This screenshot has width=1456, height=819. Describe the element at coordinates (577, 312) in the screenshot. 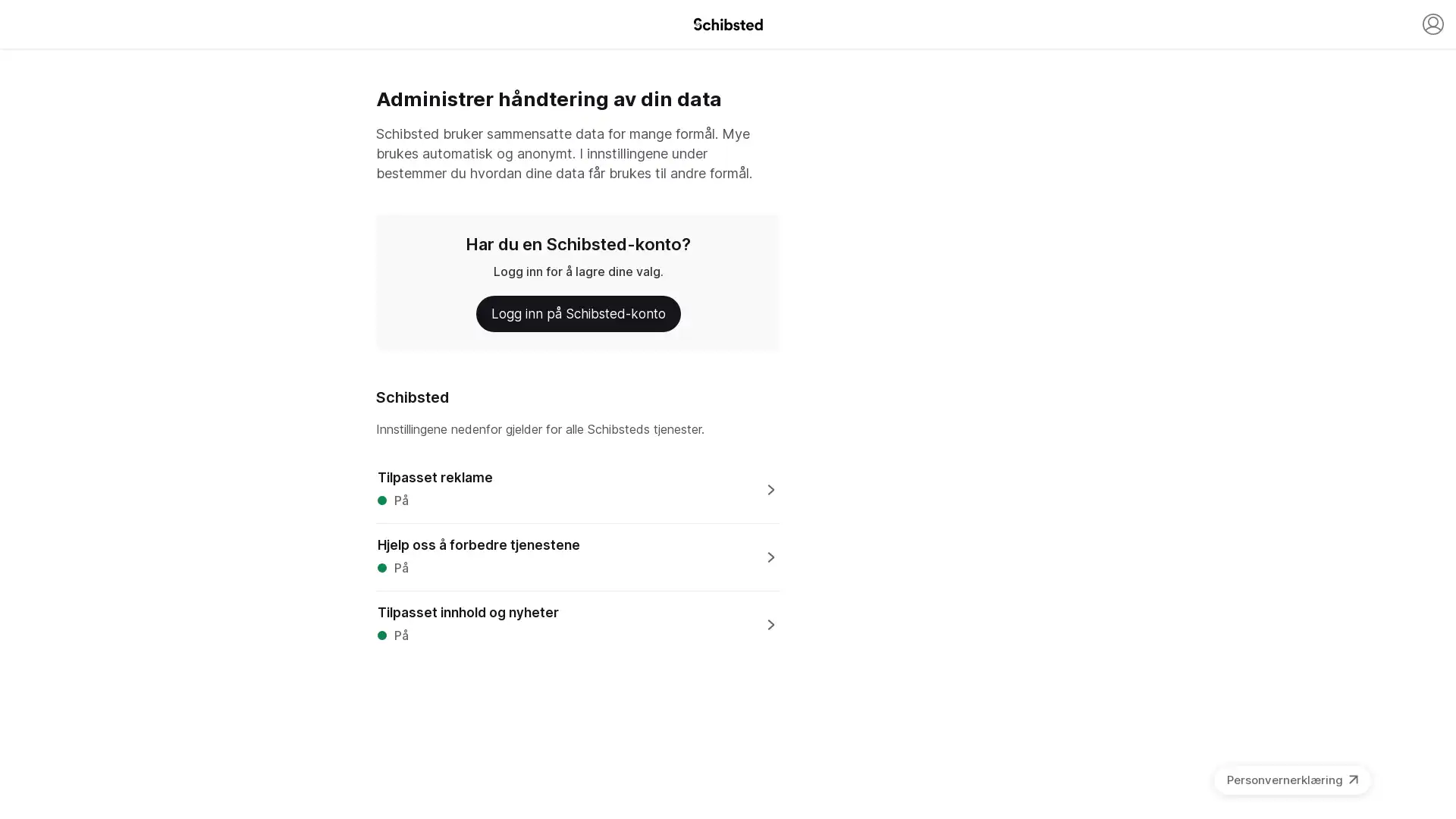

I see `Logg inn pa Schibsted-konto` at that location.